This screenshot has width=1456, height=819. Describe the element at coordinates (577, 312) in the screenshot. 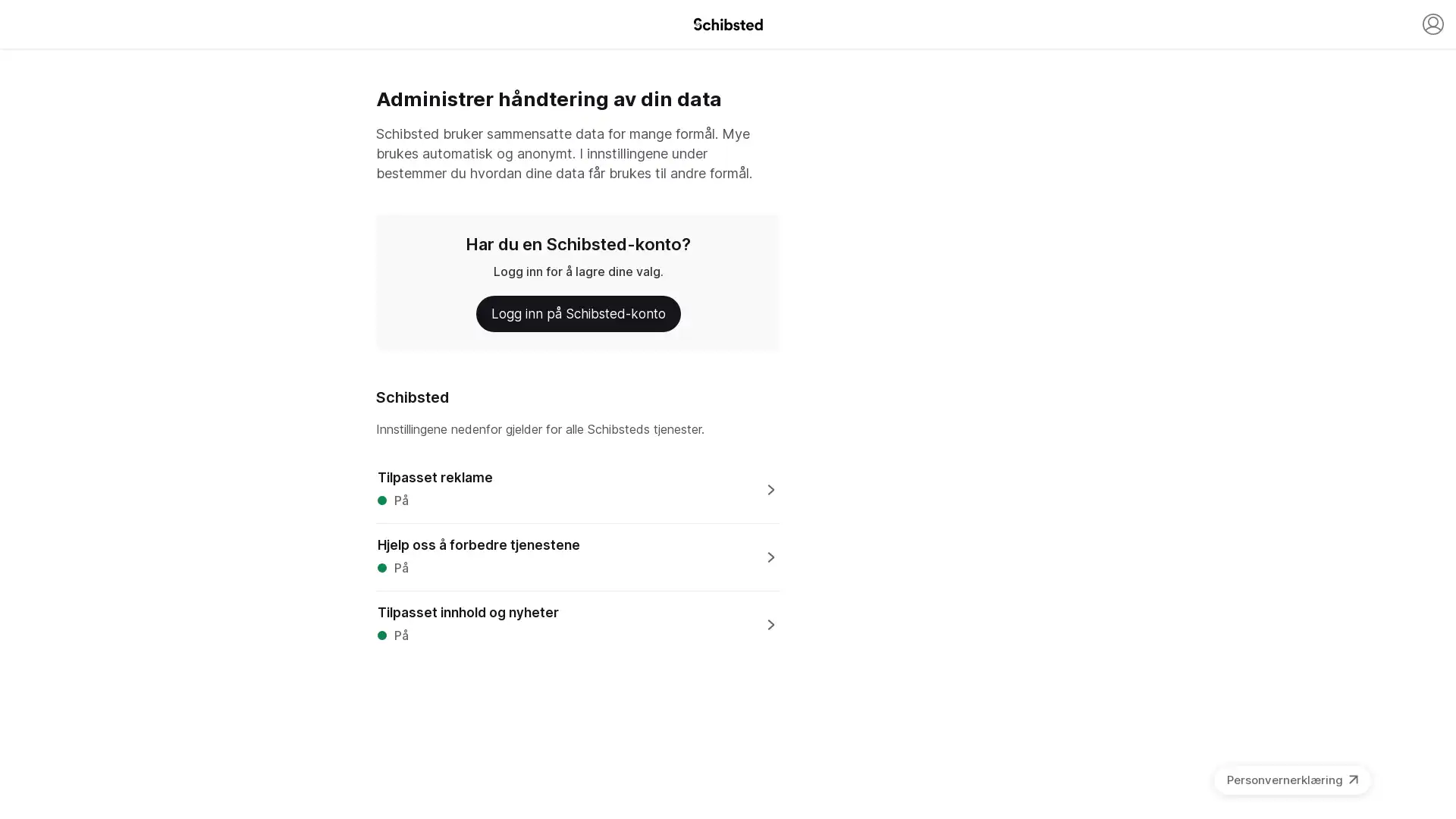

I see `Logg inn pa Schibsted-konto` at that location.